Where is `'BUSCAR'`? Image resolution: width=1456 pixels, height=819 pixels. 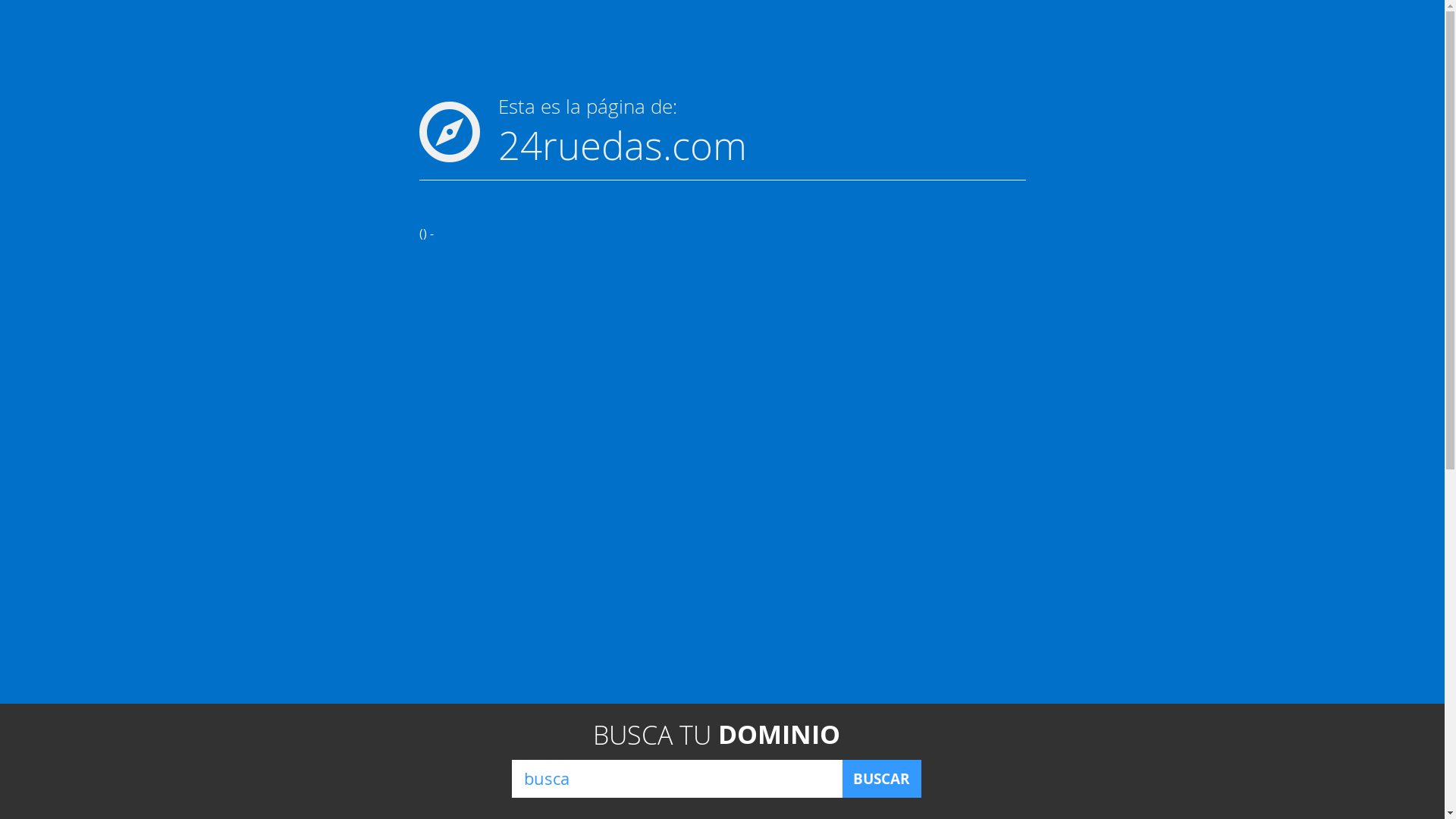 'BUSCAR' is located at coordinates (880, 778).